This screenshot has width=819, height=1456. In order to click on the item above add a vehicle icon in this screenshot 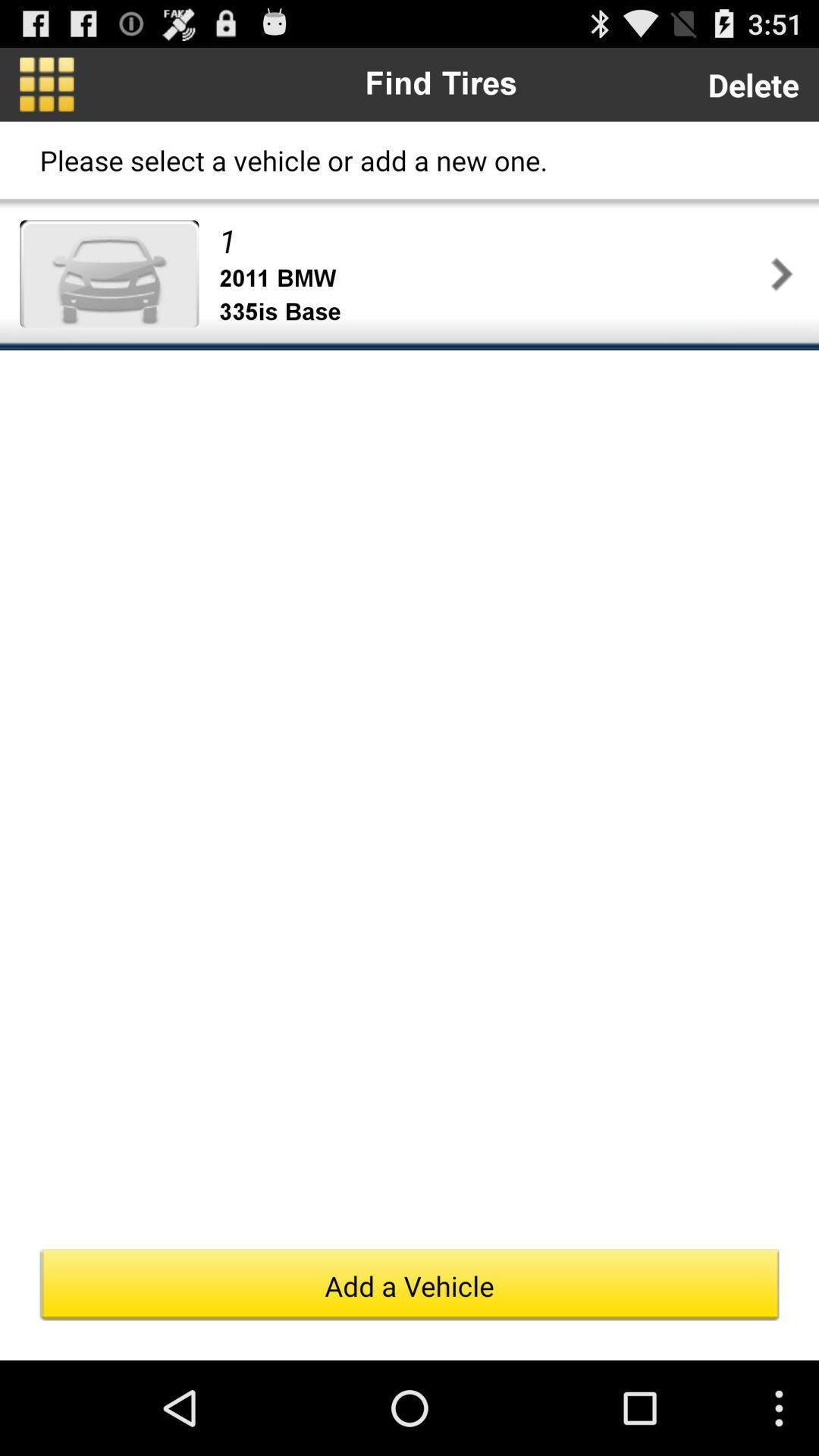, I will do `click(782, 274)`.